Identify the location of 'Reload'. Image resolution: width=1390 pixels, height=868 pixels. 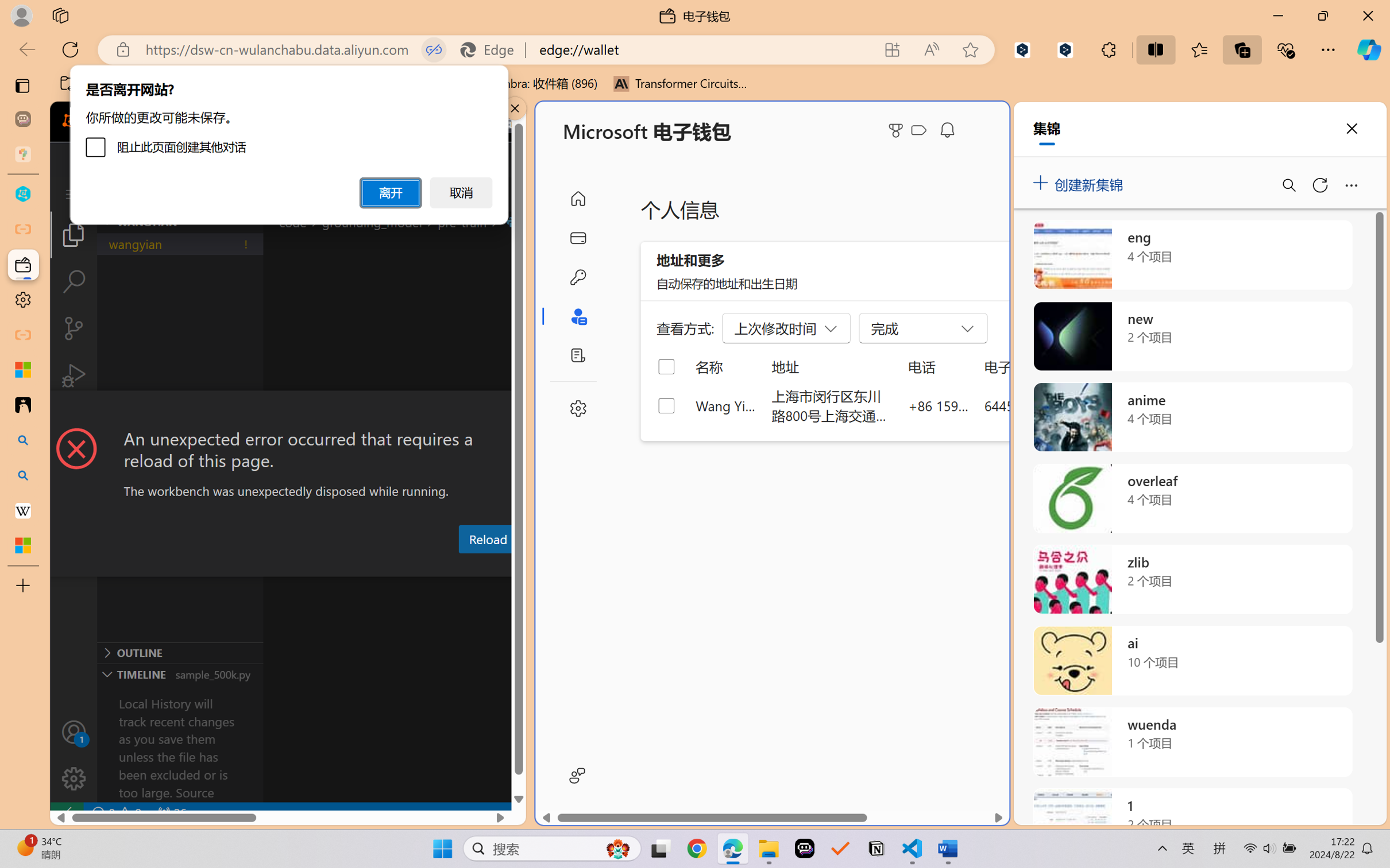
(486, 538).